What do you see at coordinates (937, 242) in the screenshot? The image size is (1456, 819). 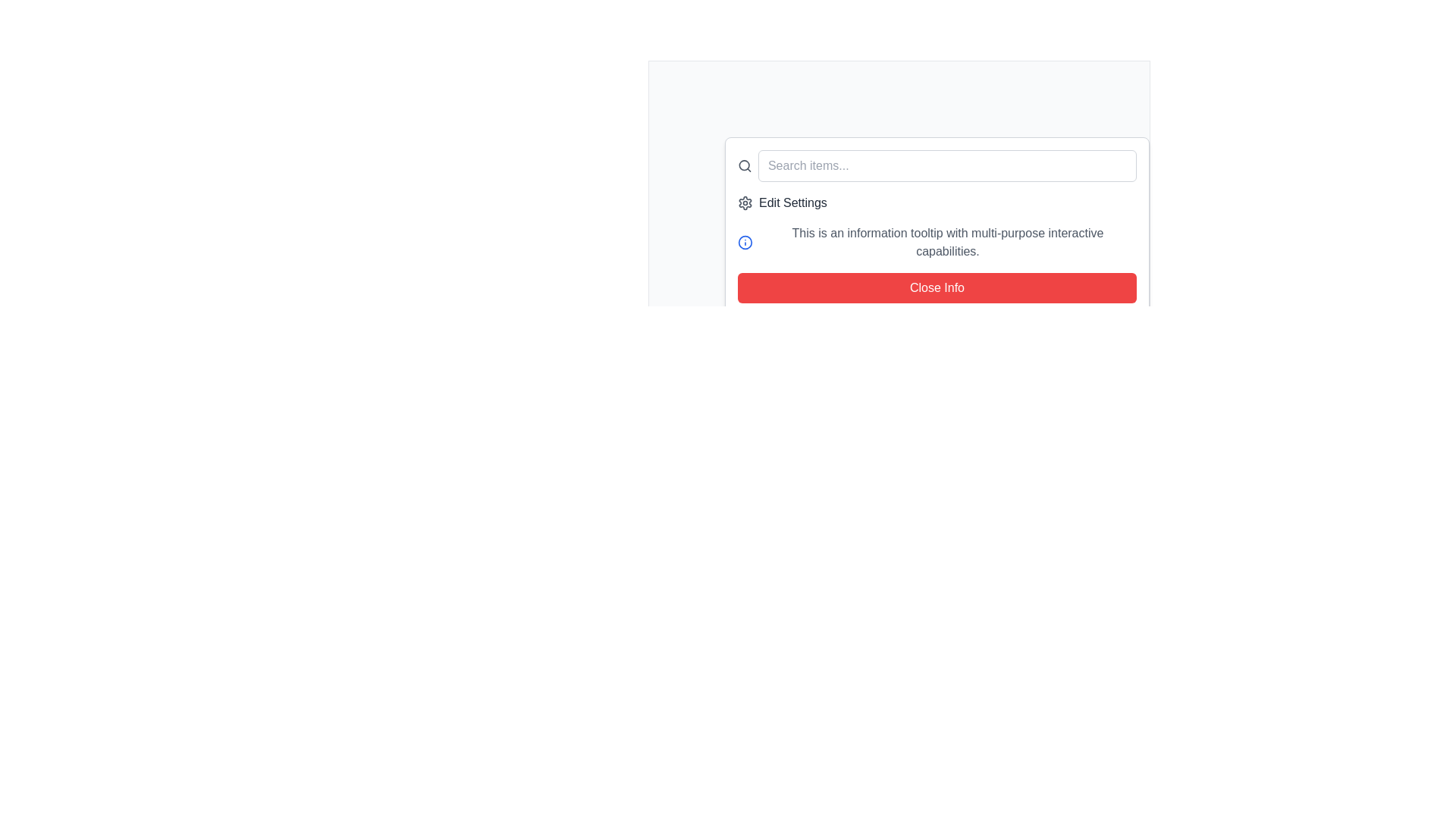 I see `the informational icon and descriptive text group styled with a blue icon and gray text, located below the 'Edit Settings' section and above the 'Close Info' button` at bounding box center [937, 242].